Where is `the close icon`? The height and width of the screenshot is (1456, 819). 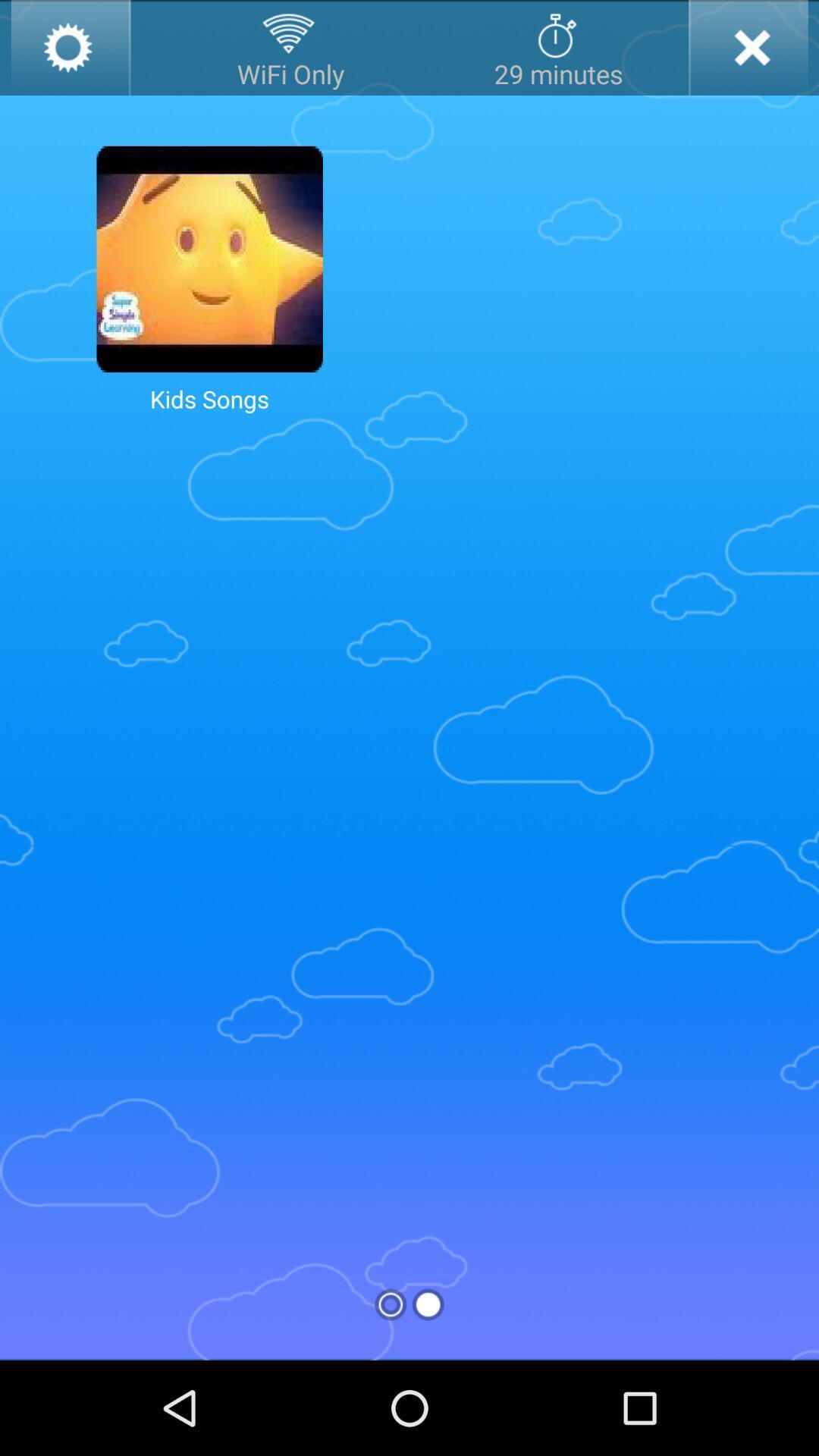 the close icon is located at coordinates (747, 51).